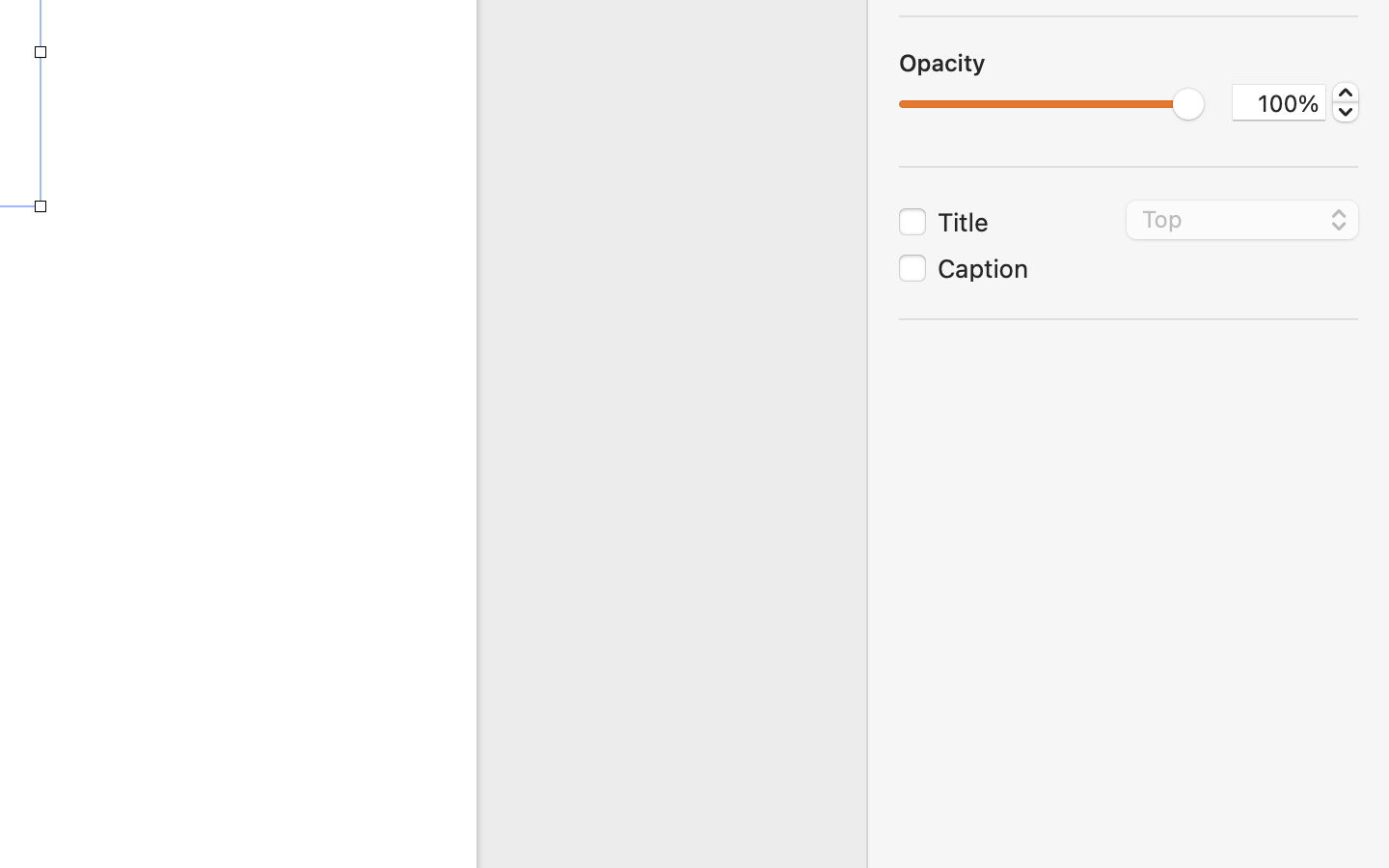  Describe the element at coordinates (1242, 222) in the screenshot. I see `'Top'` at that location.